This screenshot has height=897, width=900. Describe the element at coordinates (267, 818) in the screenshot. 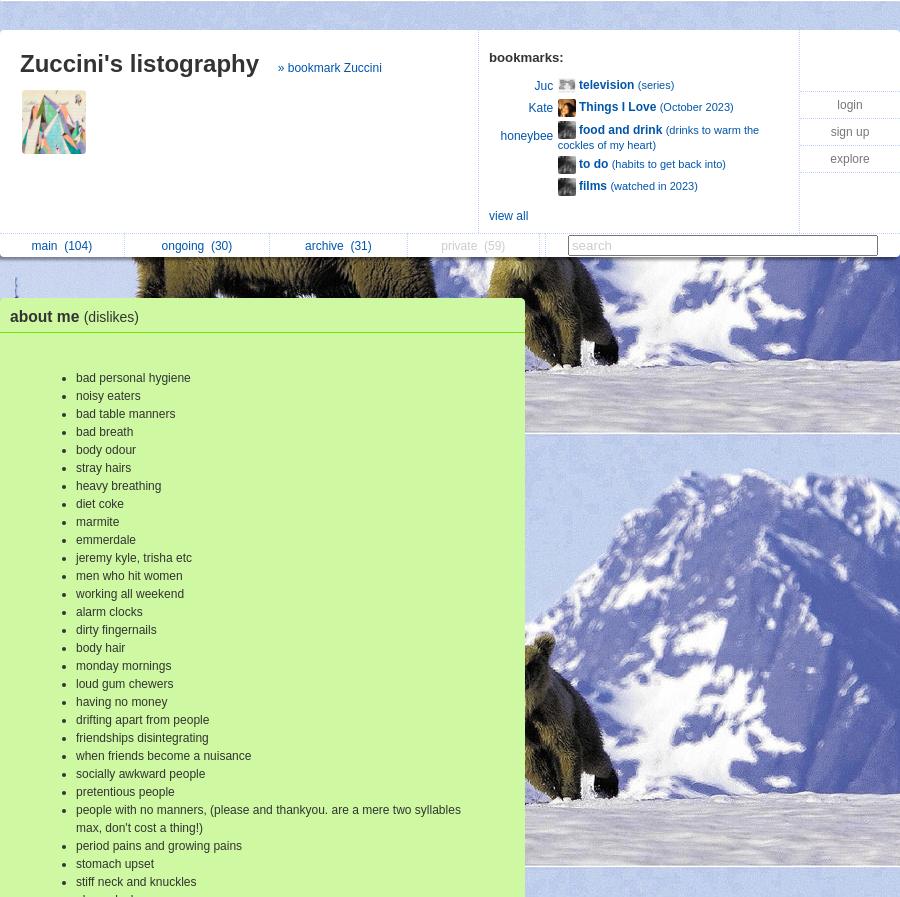

I see `'people with no manners, (please and thankyou. are a mere two syllables max, don't cost a thing!)'` at that location.